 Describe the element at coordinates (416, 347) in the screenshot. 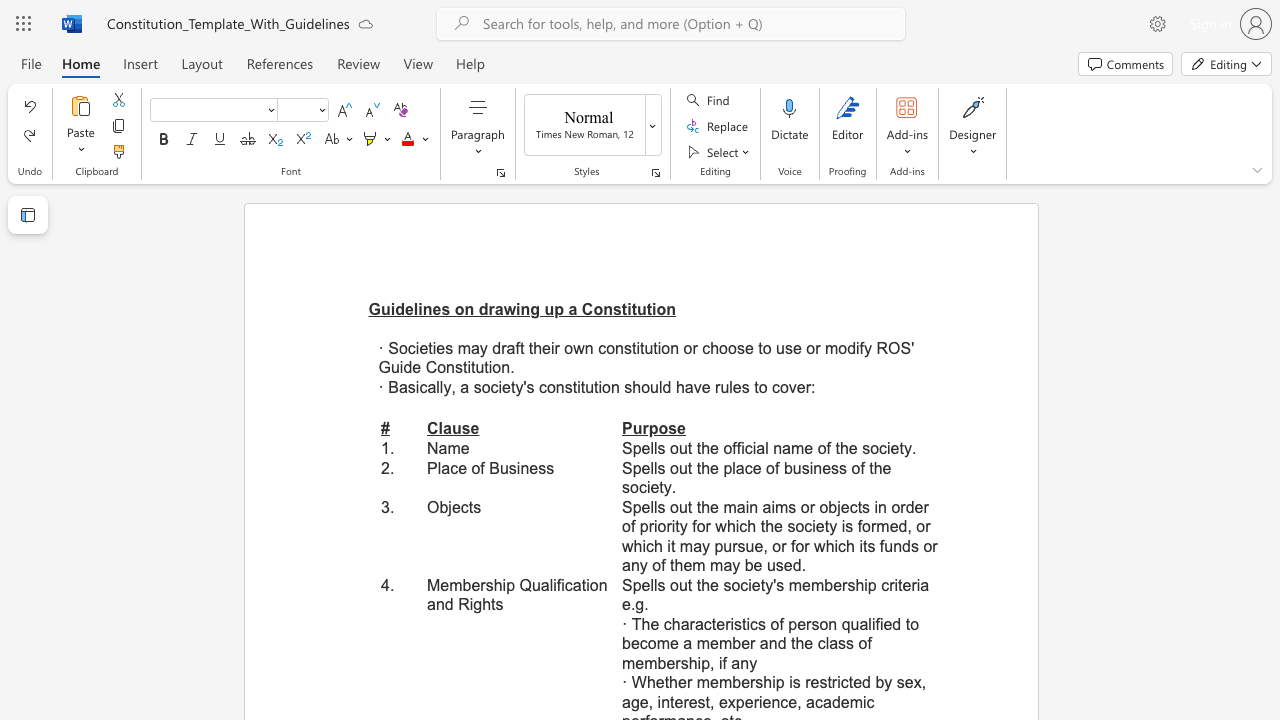

I see `the 1th character "i" in the text` at that location.